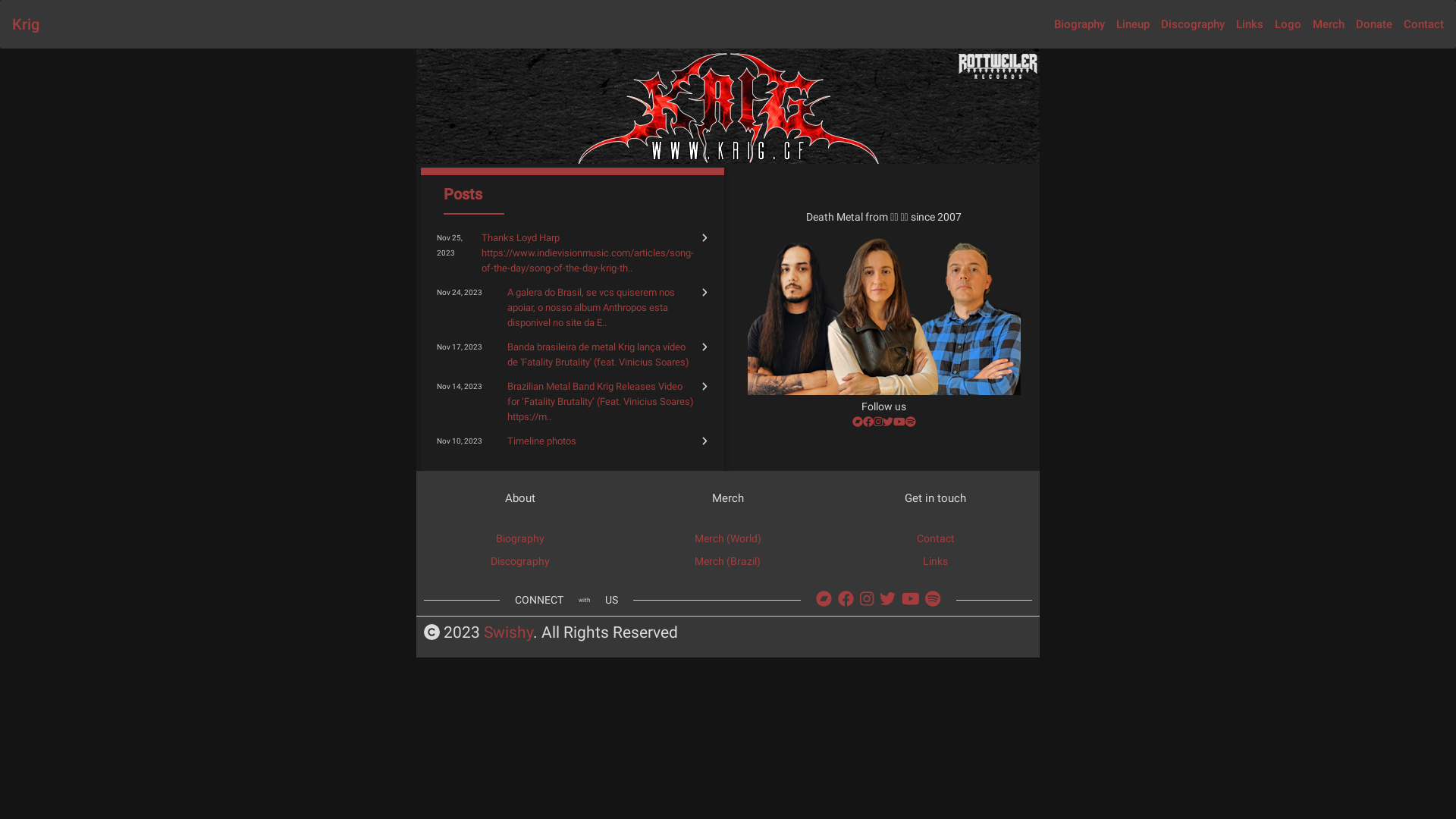 The image size is (1456, 819). I want to click on 'Twitter', so click(882, 421).